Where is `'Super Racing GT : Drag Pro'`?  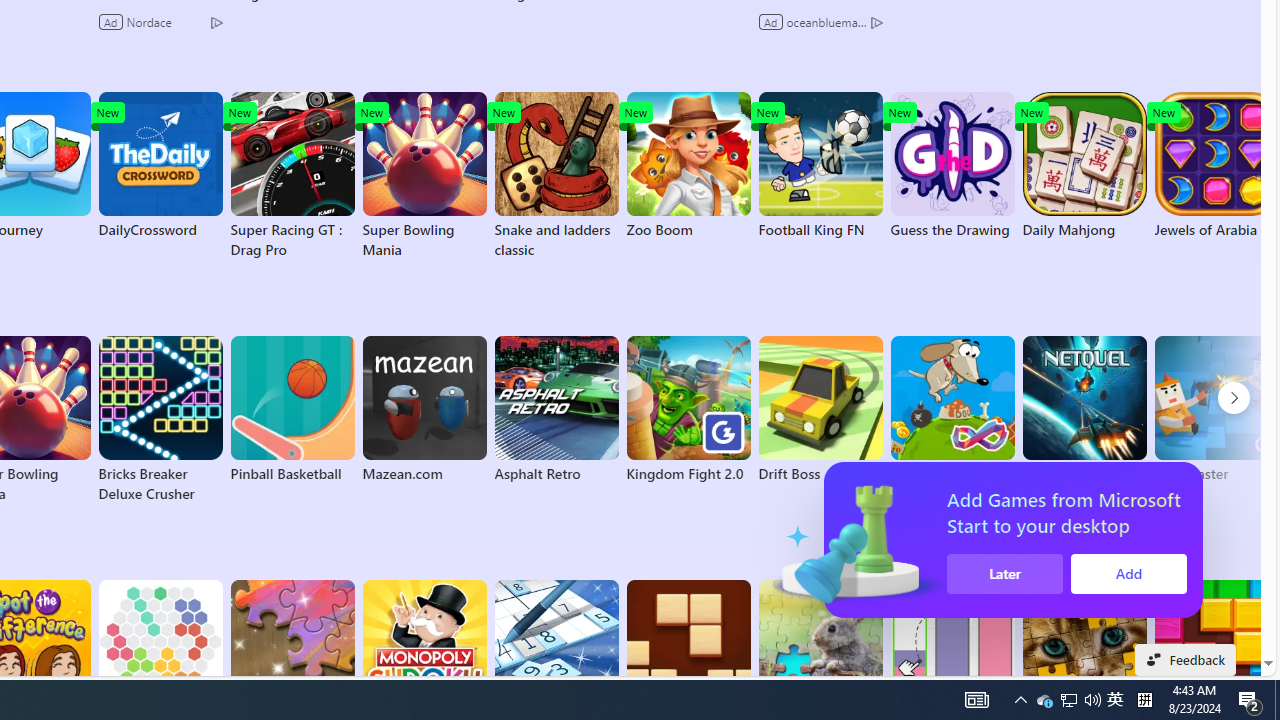 'Super Racing GT : Drag Pro' is located at coordinates (291, 175).